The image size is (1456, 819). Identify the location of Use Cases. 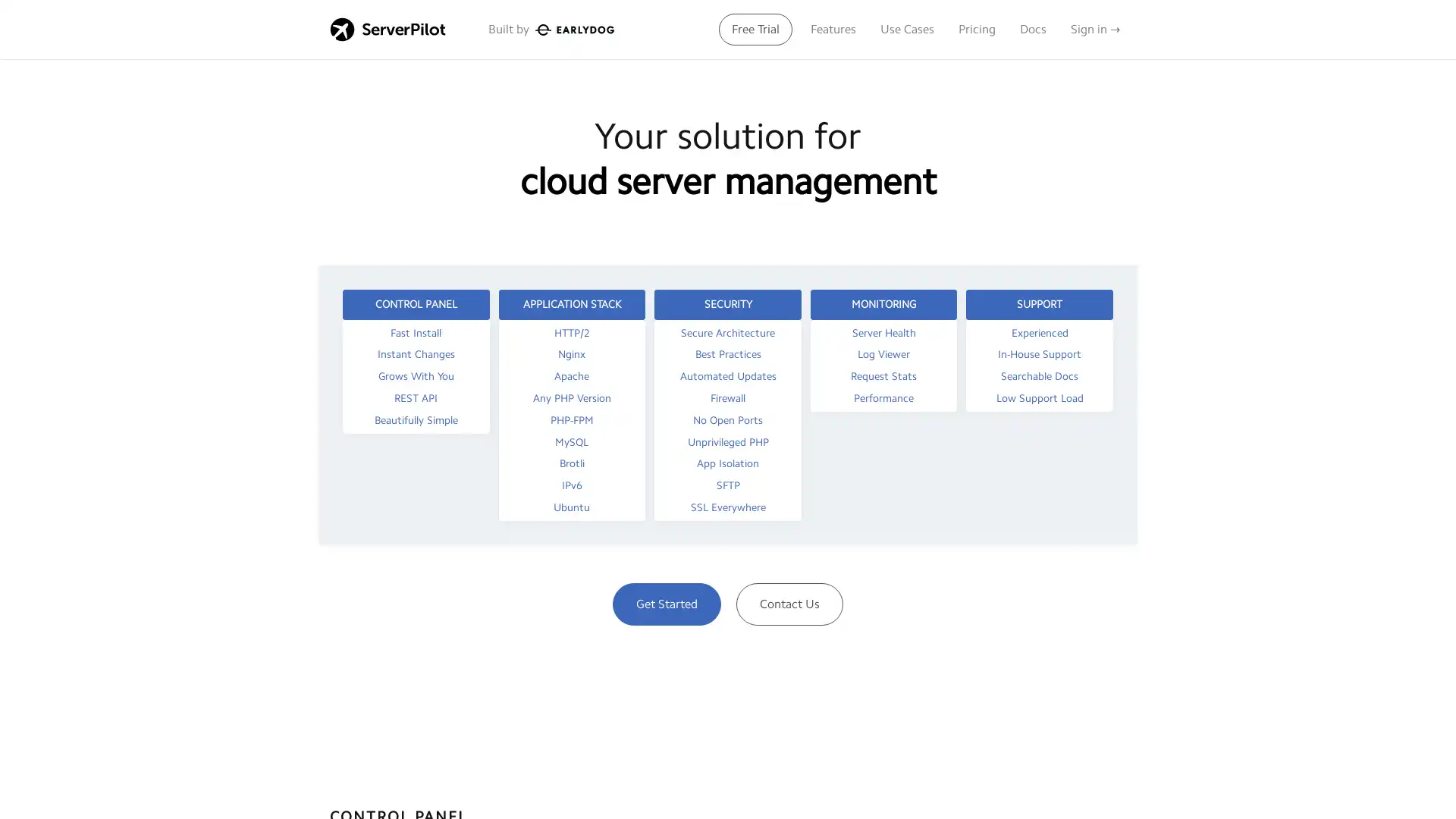
(907, 29).